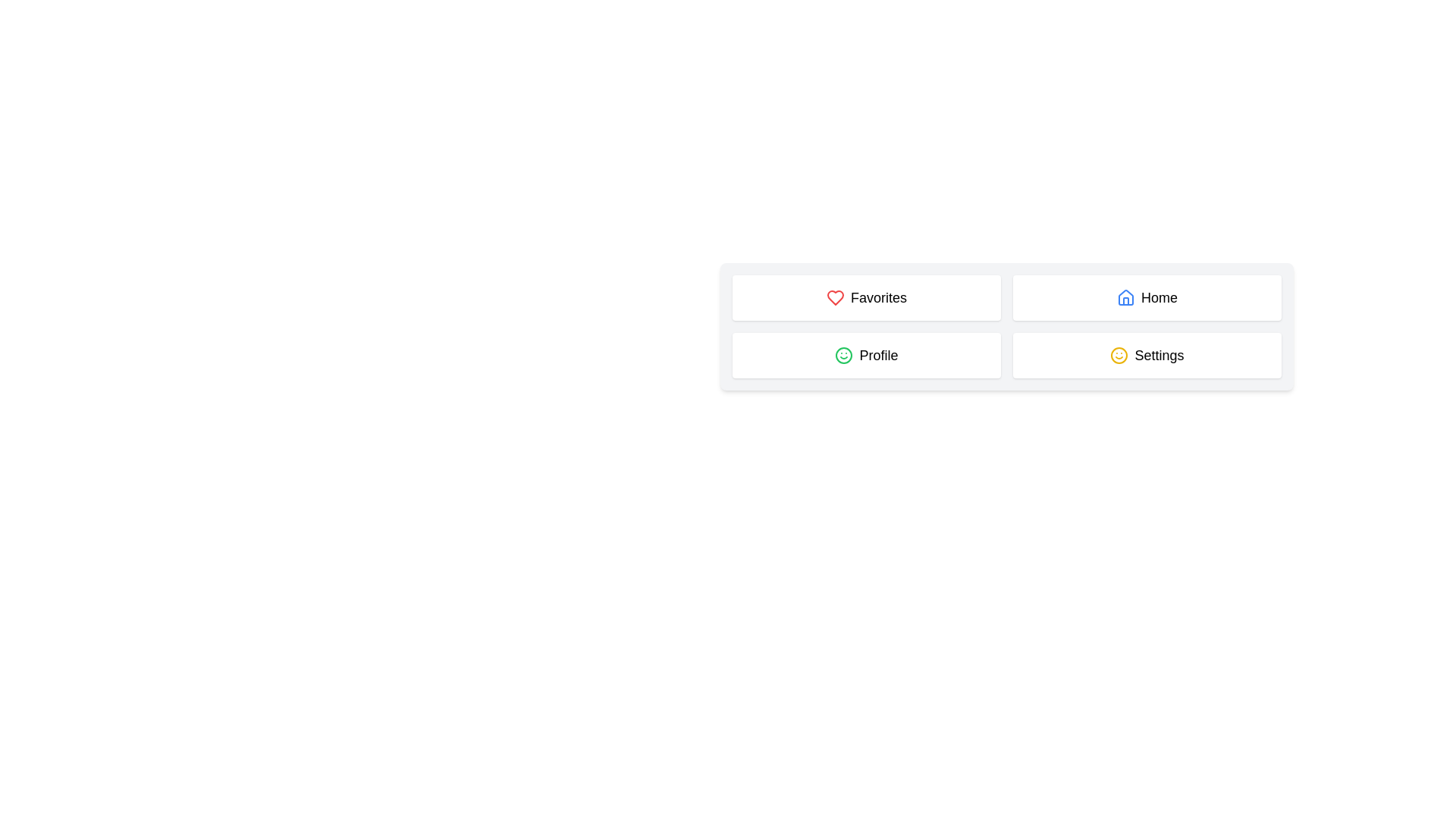 The width and height of the screenshot is (1456, 819). Describe the element at coordinates (1158, 356) in the screenshot. I see `the text label that represents a clickable button for navigating to the settings functionality, located in the bottom right corner of a 2x2 grid layout` at that location.